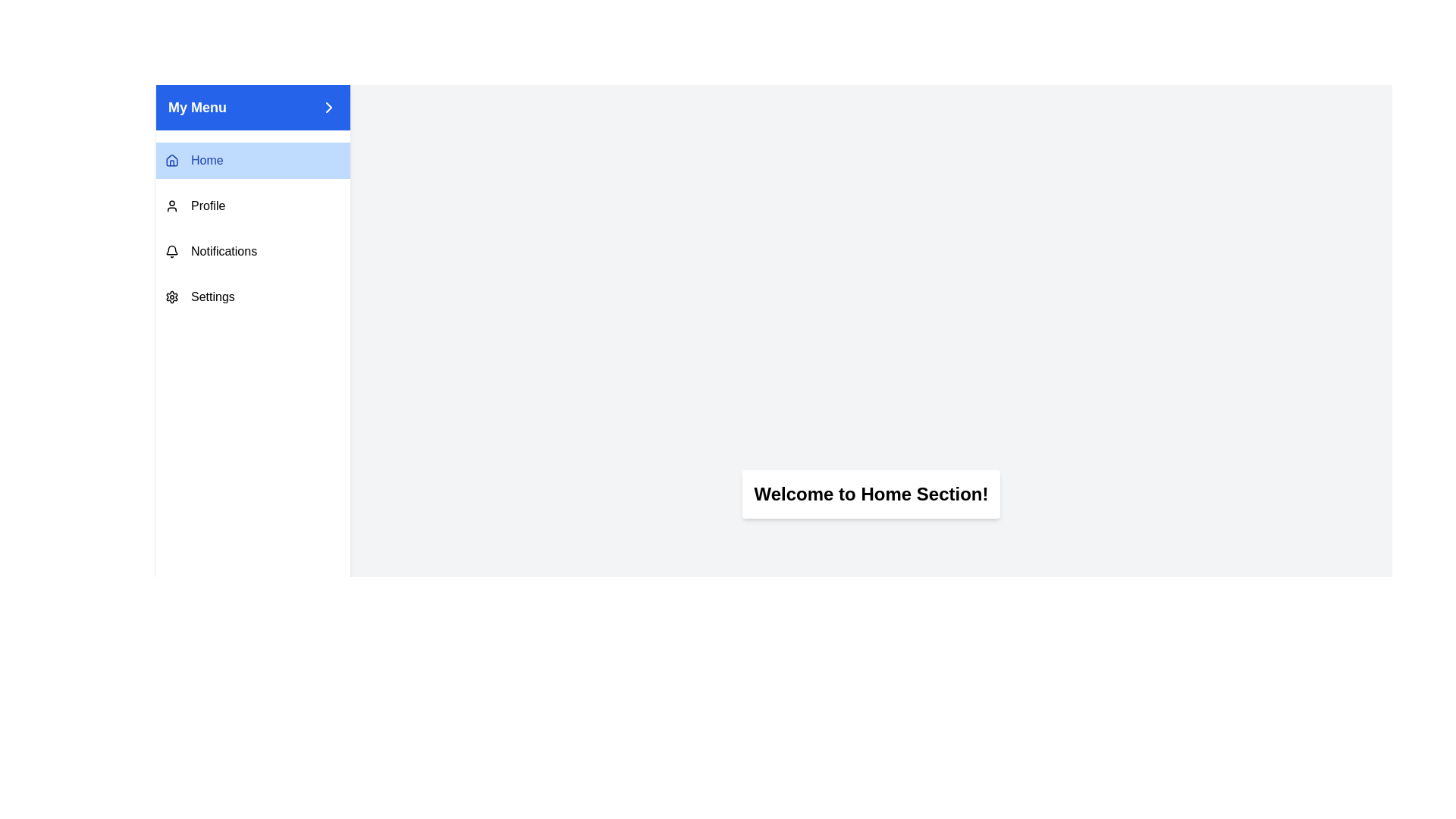 Image resolution: width=1456 pixels, height=819 pixels. What do you see at coordinates (328, 107) in the screenshot?
I see `the Chevron-Right icon/button located at the far right of the 'My Menu' blue header section, which indicates a collapsible menu or navigation action` at bounding box center [328, 107].